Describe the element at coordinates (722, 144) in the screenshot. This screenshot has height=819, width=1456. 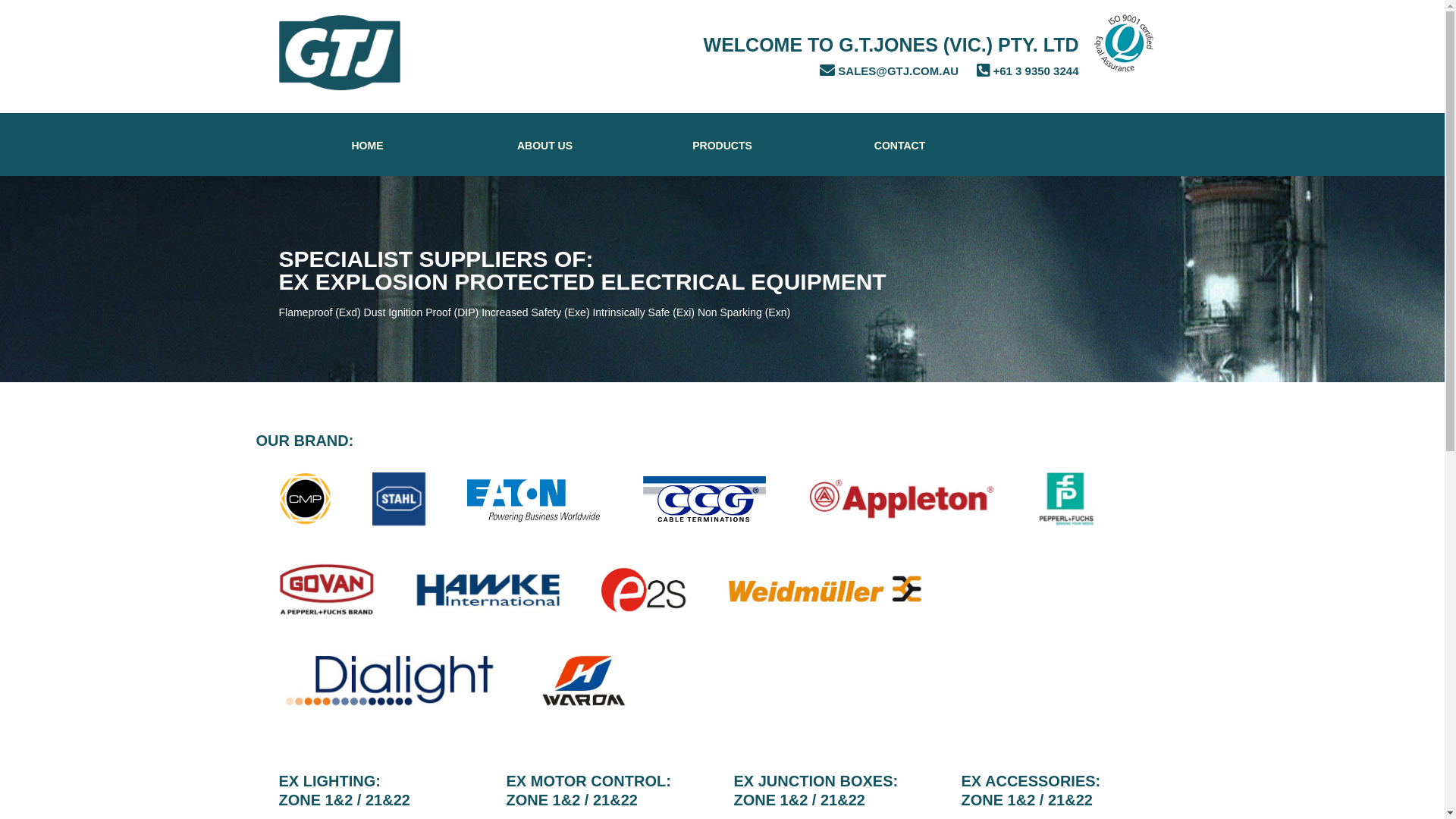
I see `'PRODUCTS'` at that location.